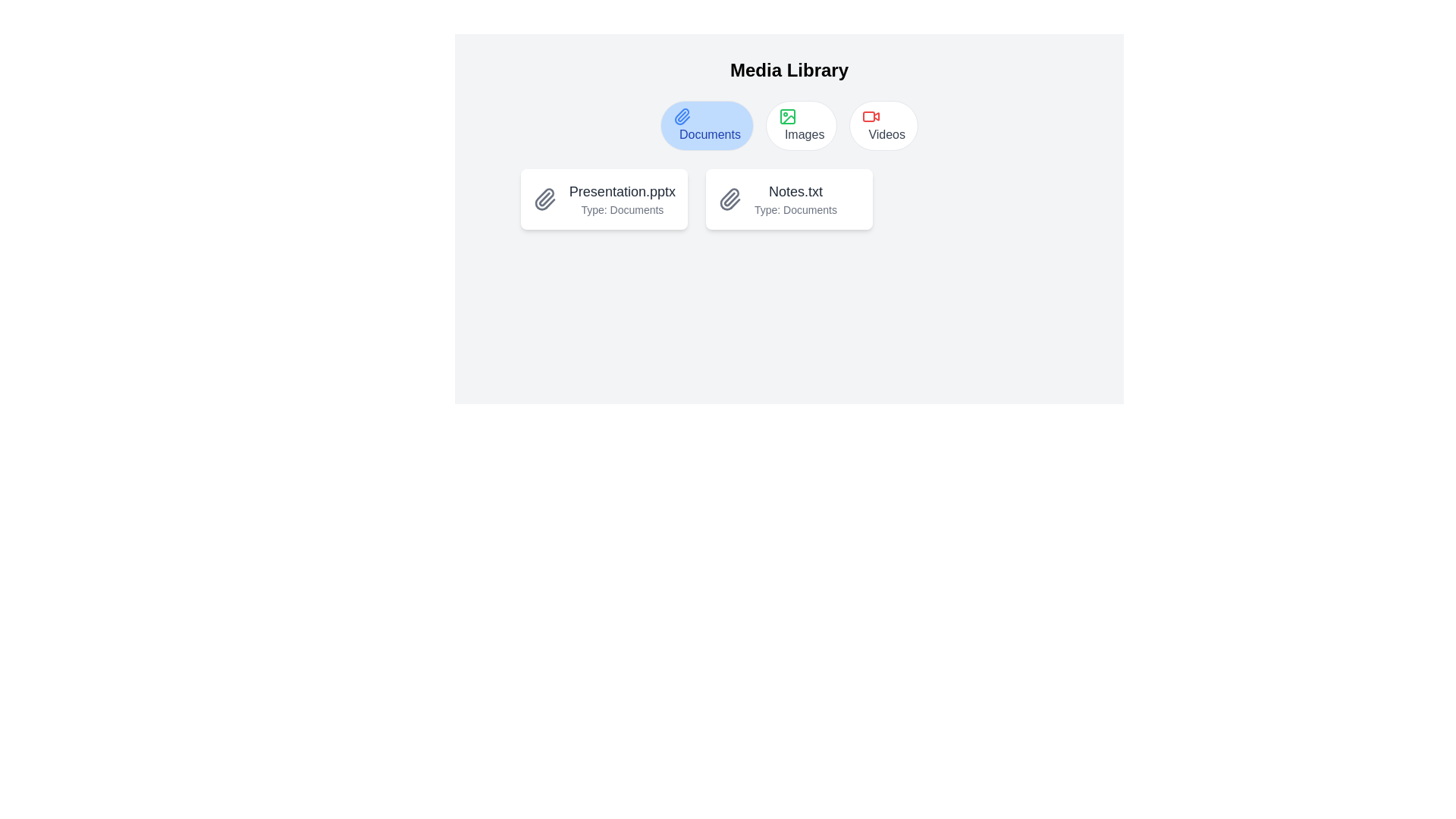 Image resolution: width=1456 pixels, height=819 pixels. What do you see at coordinates (789, 124) in the screenshot?
I see `the 'Images' tab in the Media Library menu` at bounding box center [789, 124].